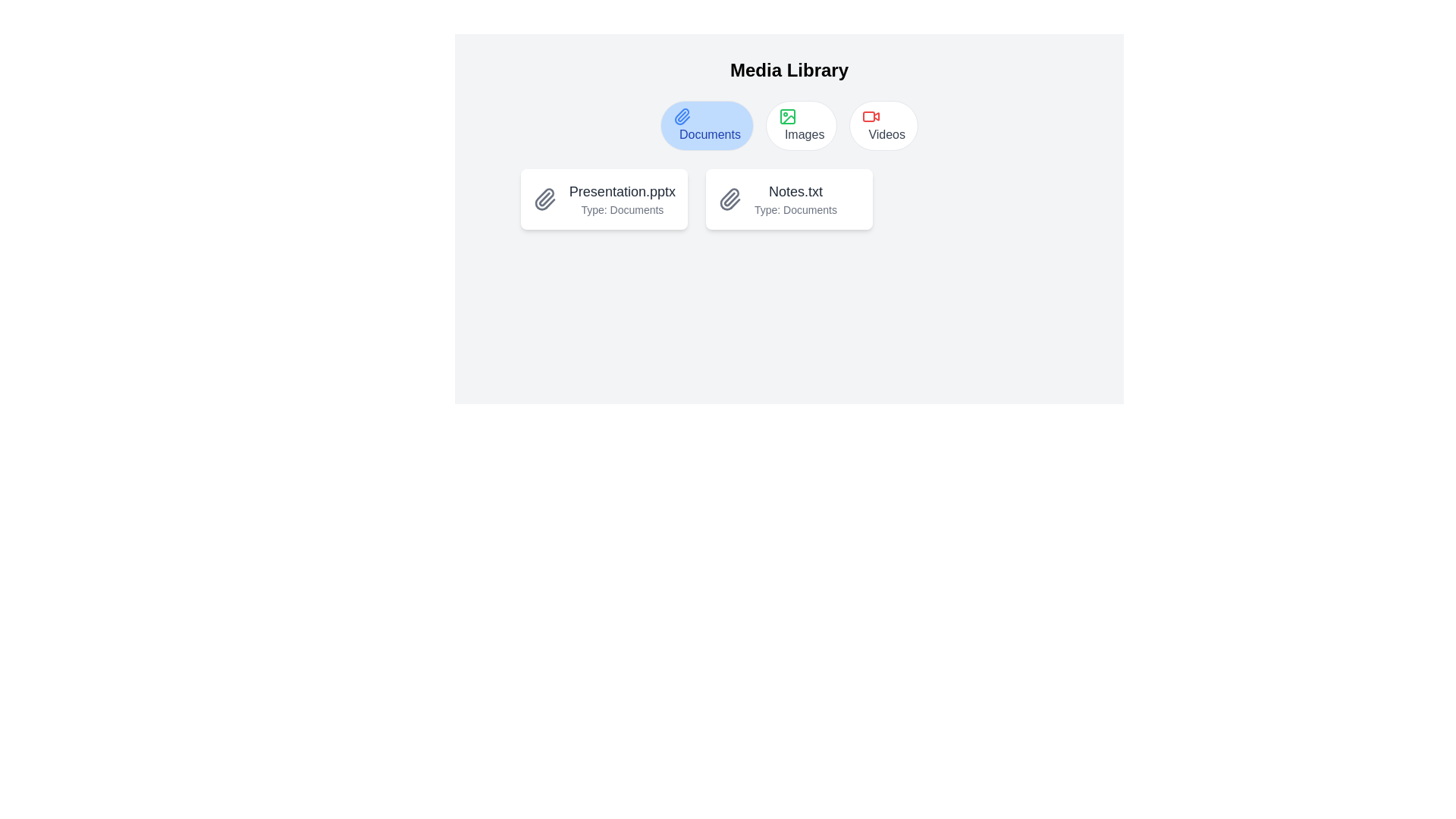 Image resolution: width=1456 pixels, height=819 pixels. What do you see at coordinates (789, 124) in the screenshot?
I see `the 'Images' tab in the Media Library menu` at bounding box center [789, 124].